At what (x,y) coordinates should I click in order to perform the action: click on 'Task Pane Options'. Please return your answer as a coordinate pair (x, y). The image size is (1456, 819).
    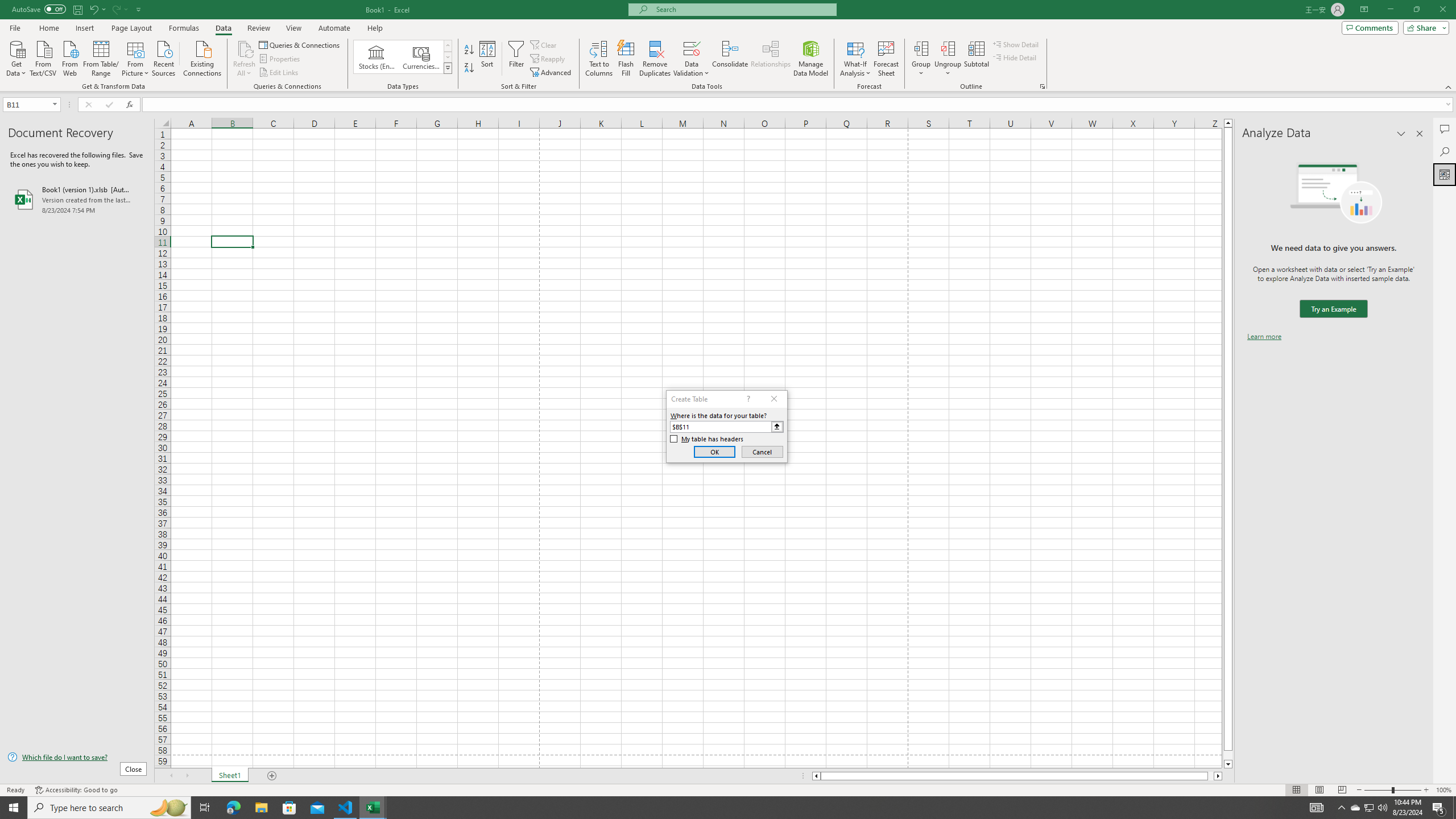
    Looking at the image, I should click on (1401, 133).